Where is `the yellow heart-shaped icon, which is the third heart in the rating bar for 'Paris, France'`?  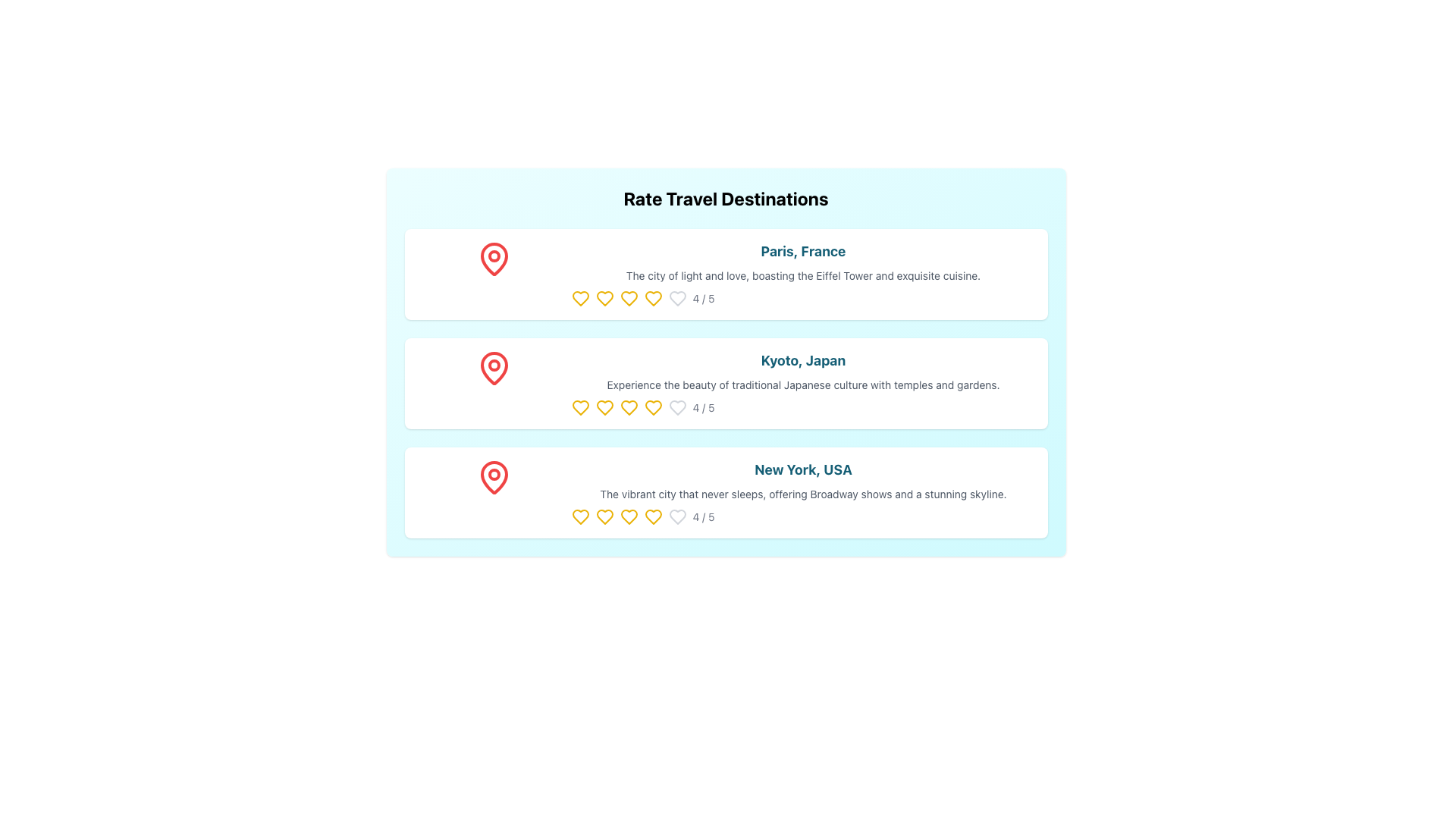
the yellow heart-shaped icon, which is the third heart in the rating bar for 'Paris, France' is located at coordinates (629, 298).